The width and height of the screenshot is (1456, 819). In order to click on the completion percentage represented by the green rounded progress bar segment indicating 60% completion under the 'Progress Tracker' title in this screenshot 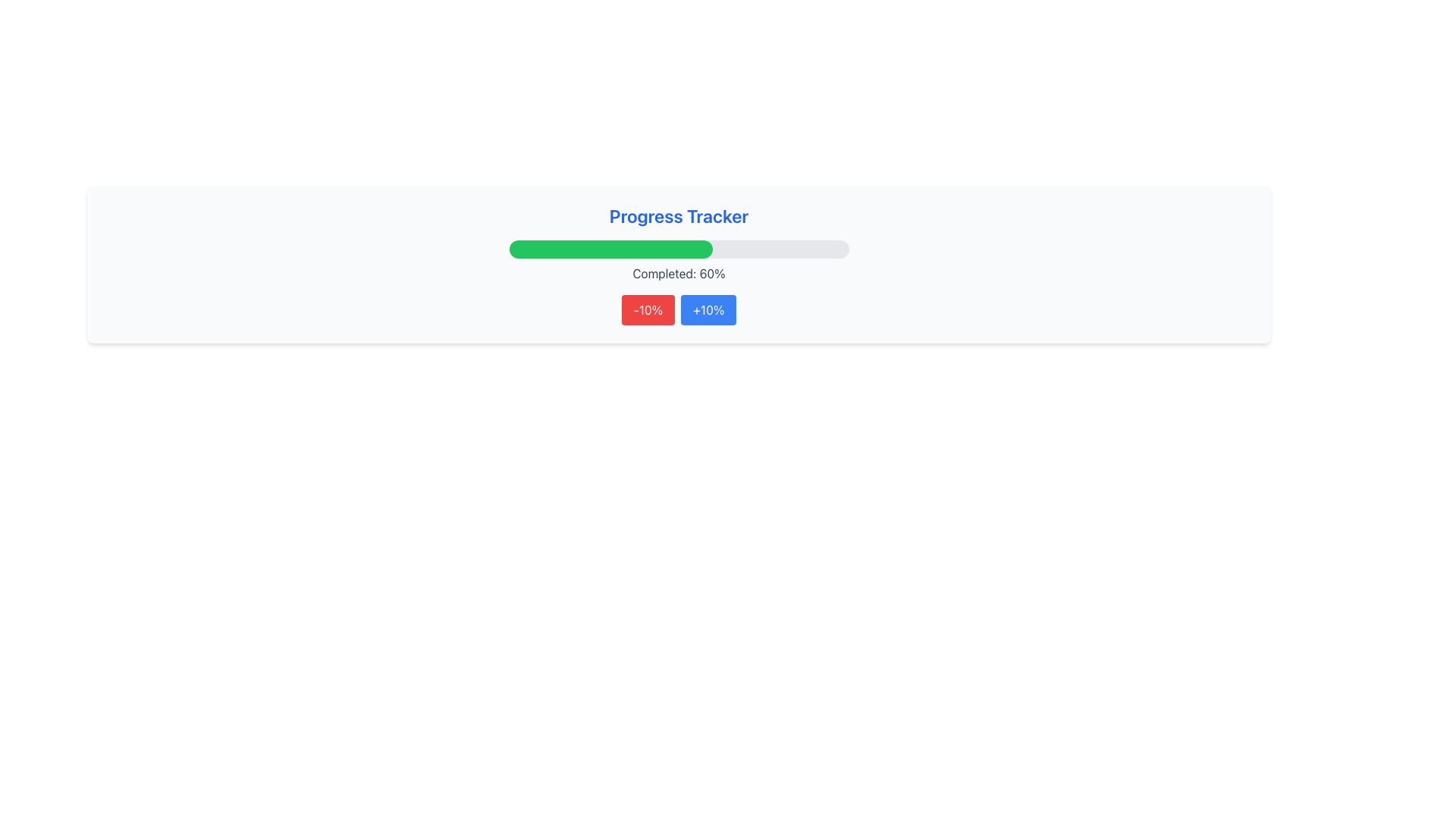, I will do `click(610, 248)`.